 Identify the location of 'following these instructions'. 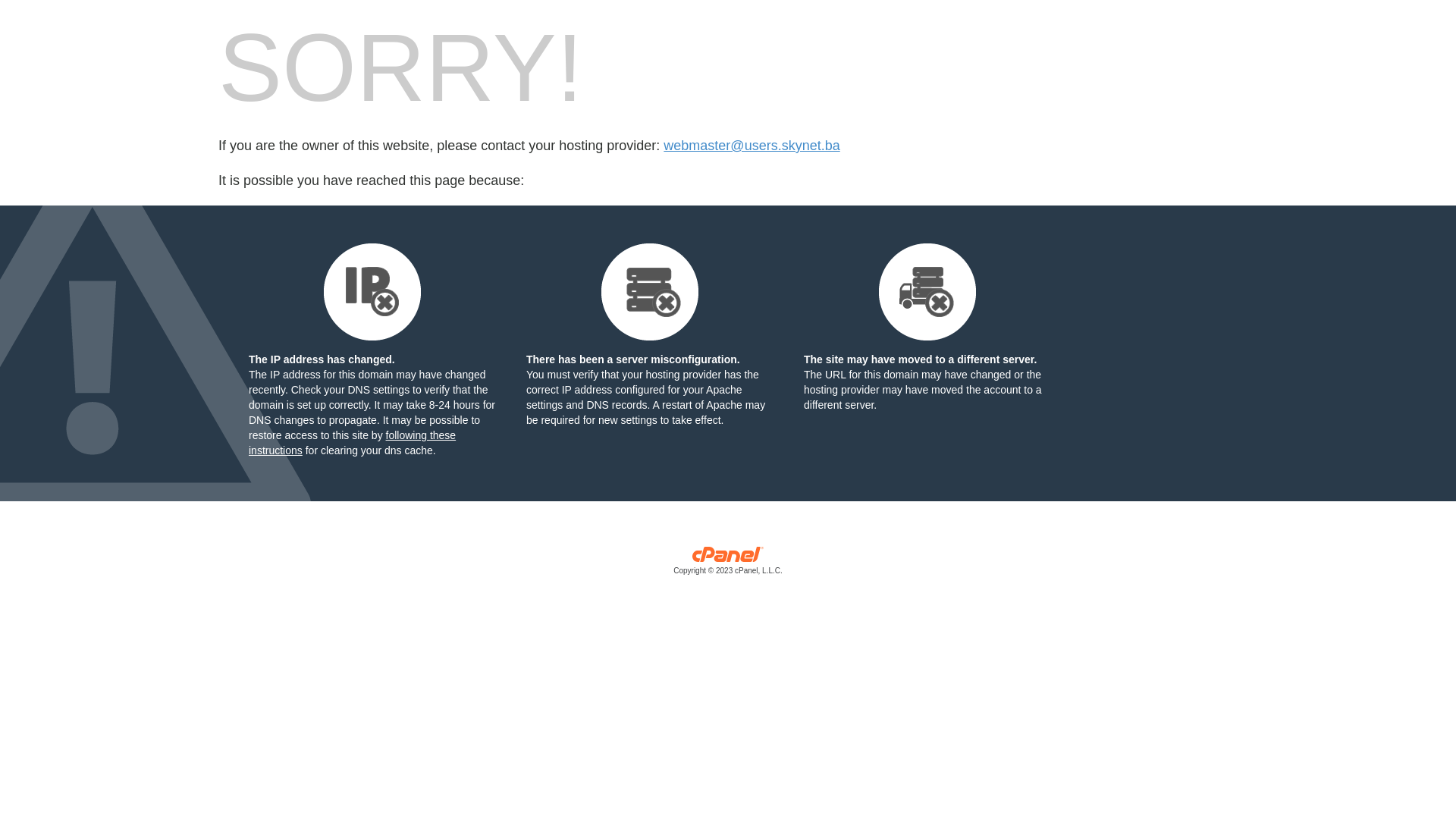
(351, 442).